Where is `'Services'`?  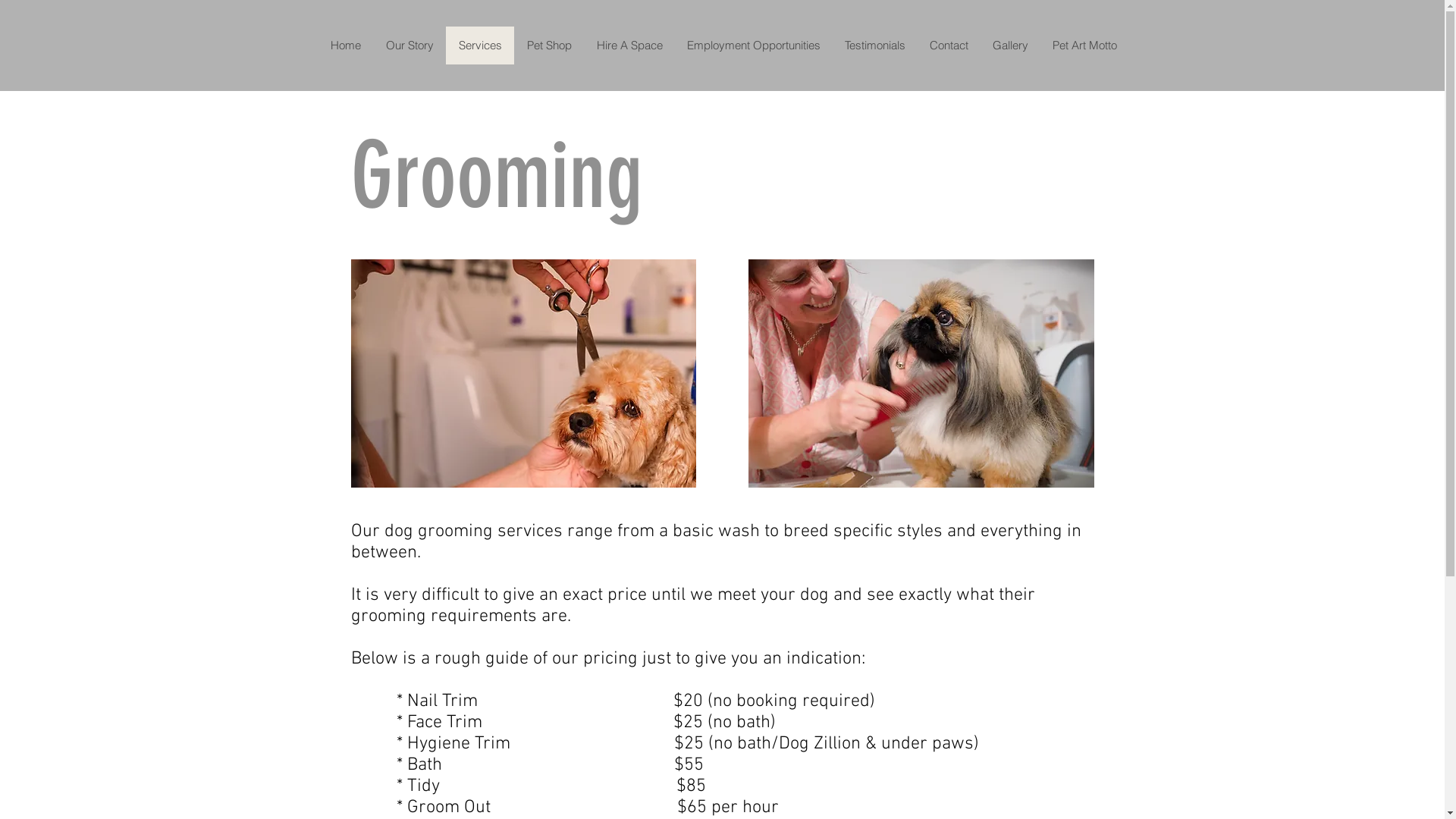 'Services' is located at coordinates (479, 45).